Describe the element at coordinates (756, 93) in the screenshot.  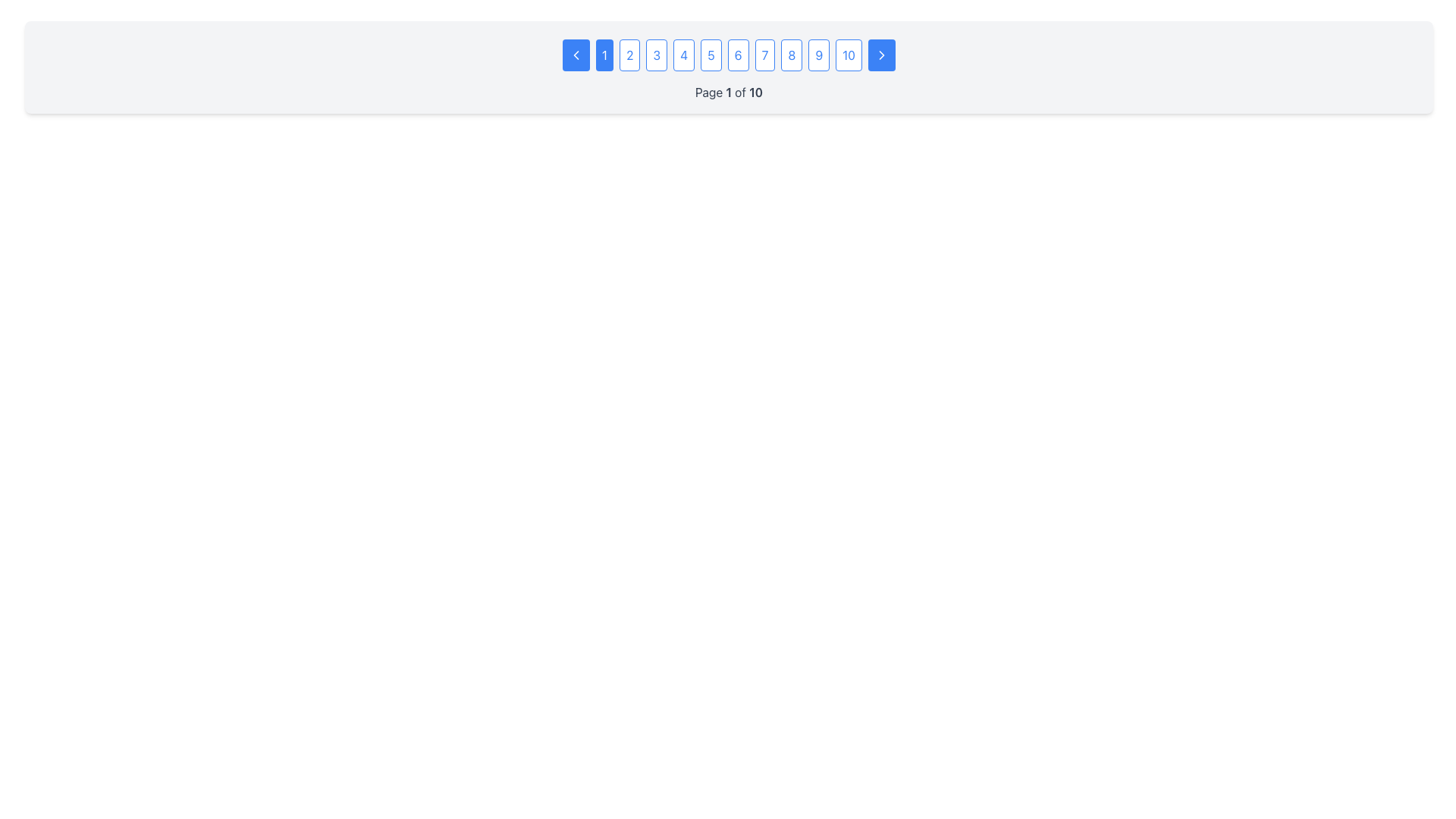
I see `text displayed in the bold font style '10' located in the pagination component at the bottom of the interface` at that location.